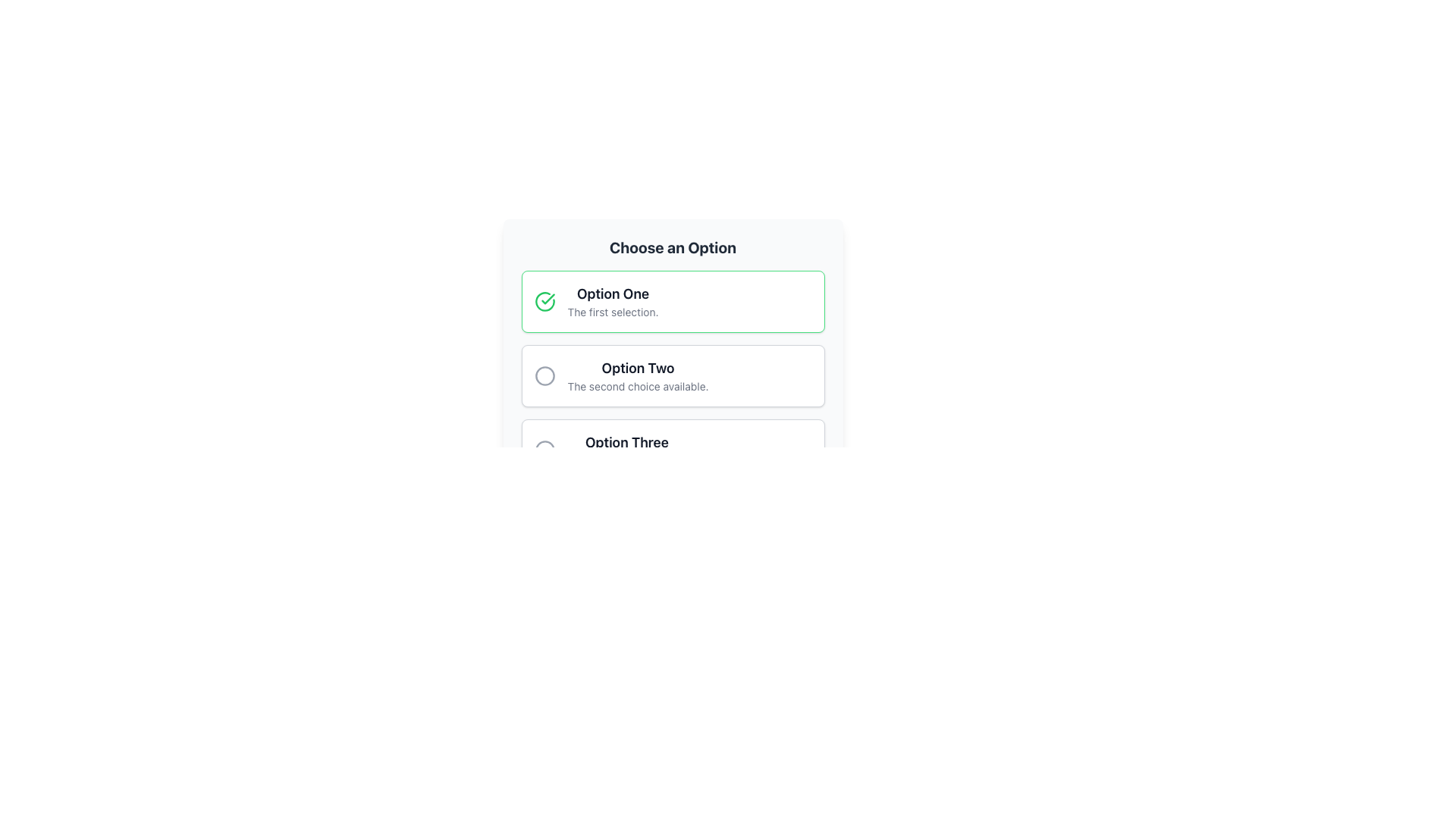 This screenshot has width=1456, height=819. Describe the element at coordinates (613, 312) in the screenshot. I see `the descriptive helper text located below the 'Option One' heading in the first option of the list` at that location.